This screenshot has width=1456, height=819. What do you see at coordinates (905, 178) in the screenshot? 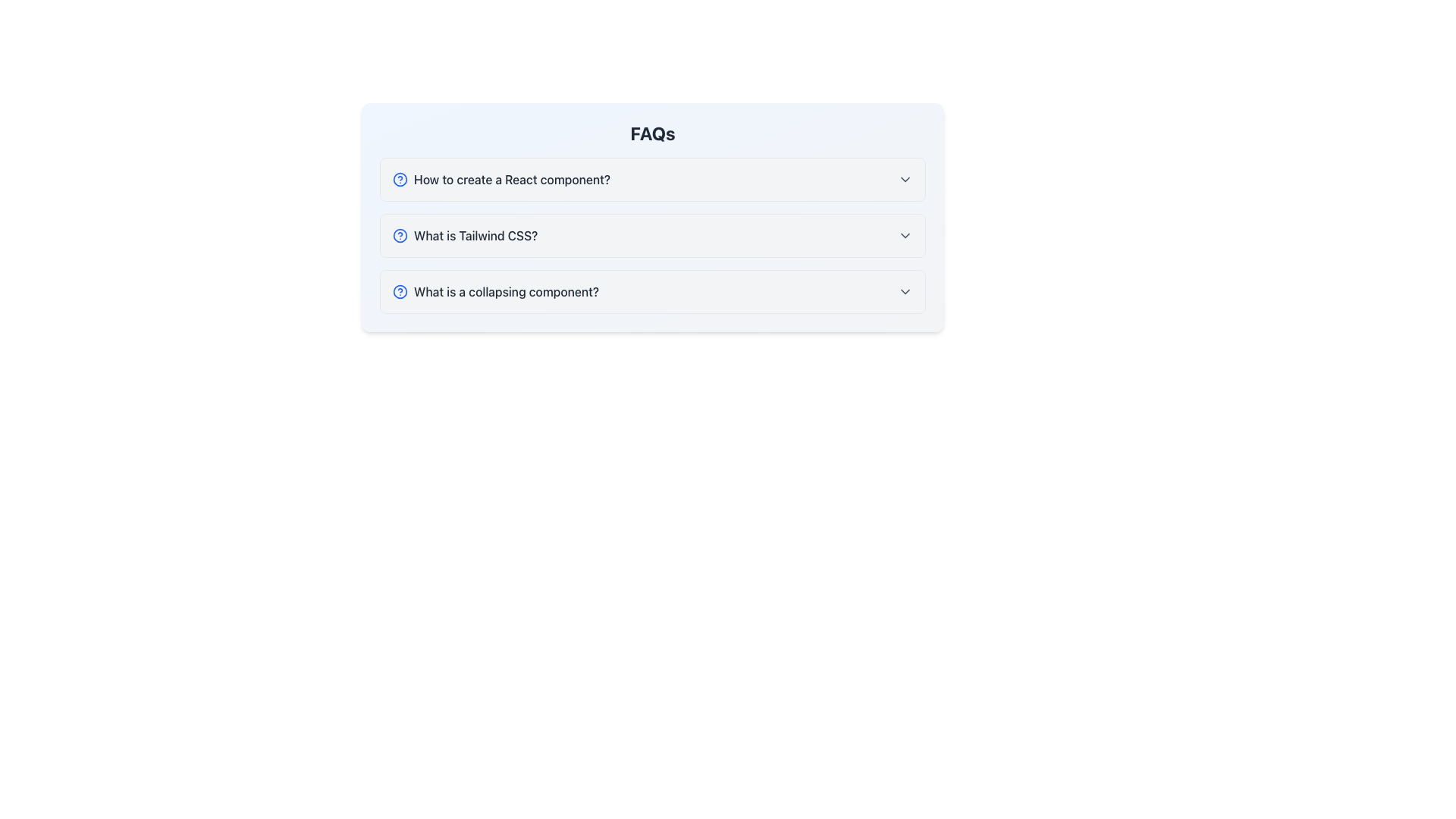
I see `the rightmost chevron icon` at bounding box center [905, 178].